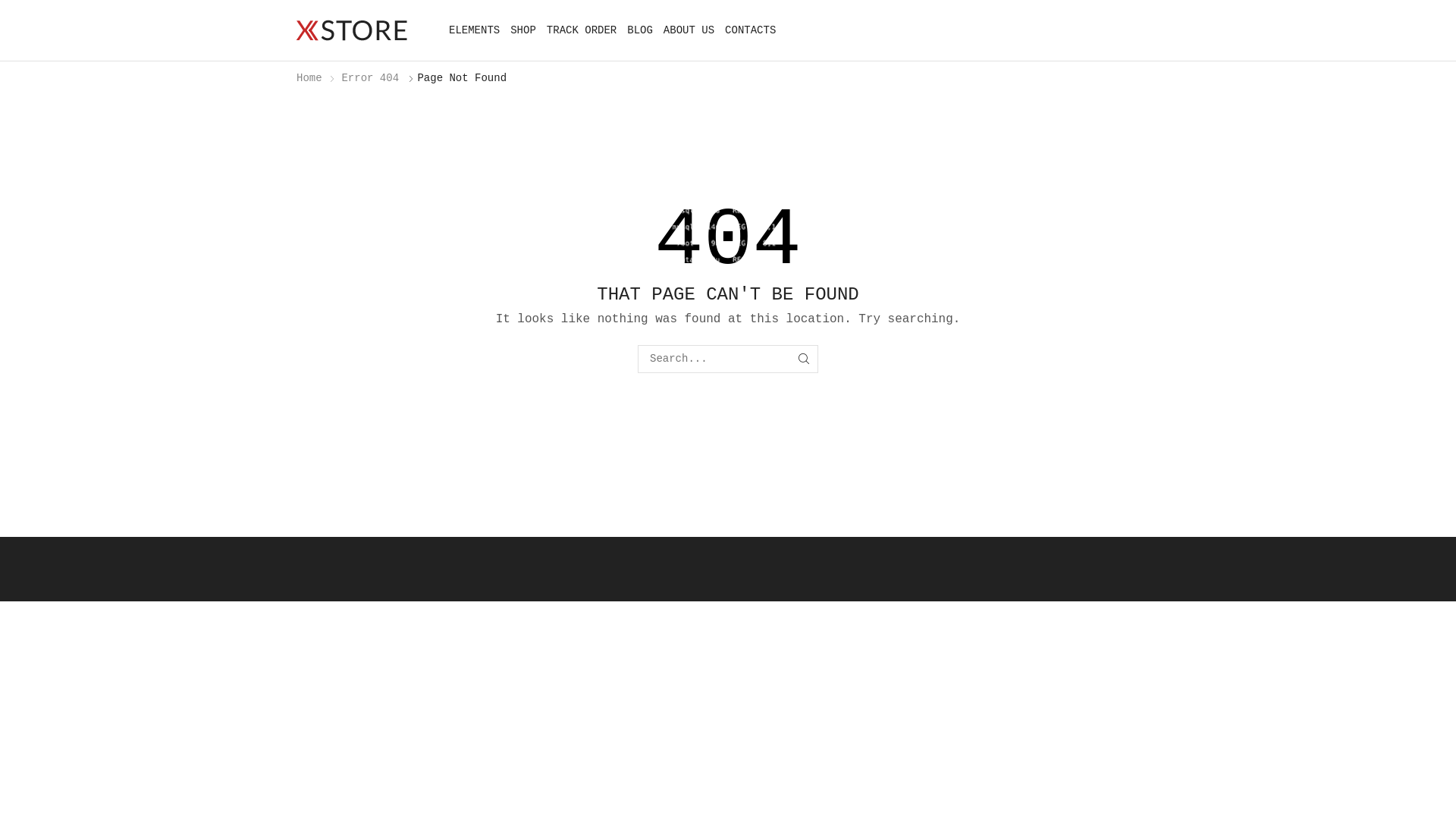  What do you see at coordinates (473, 30) in the screenshot?
I see `'ELEMENTS'` at bounding box center [473, 30].